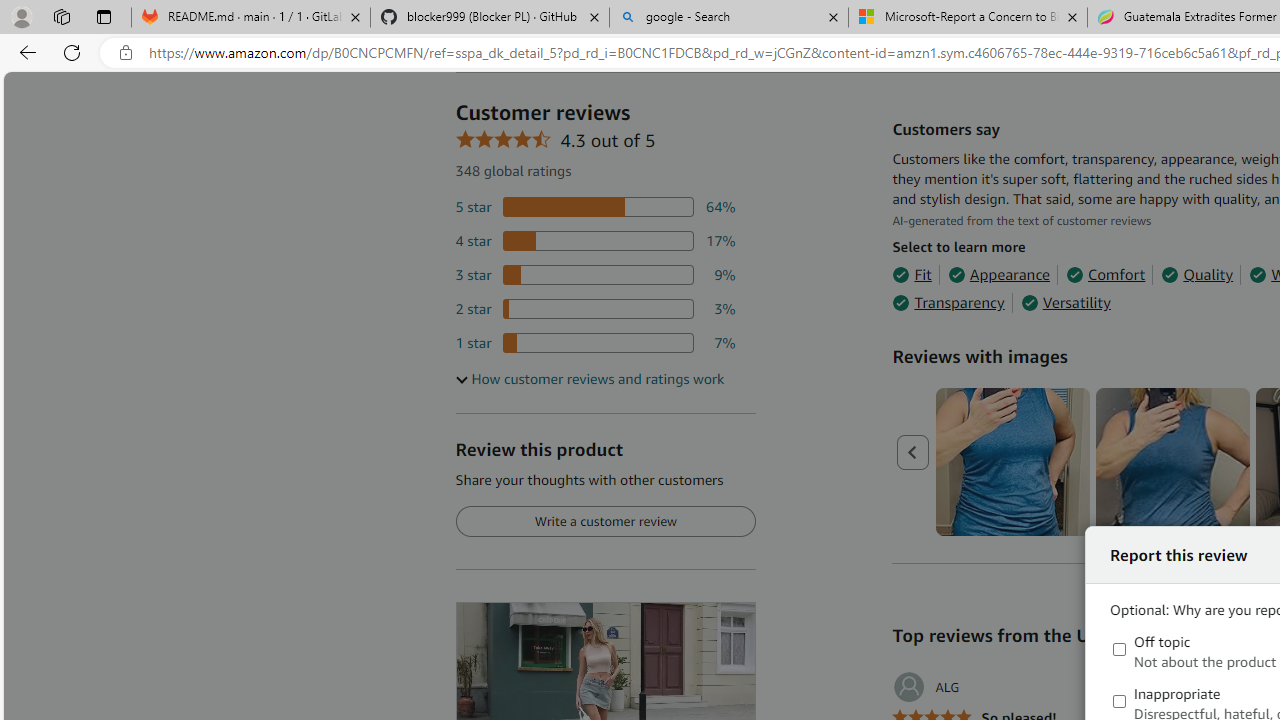  Describe the element at coordinates (728, 17) in the screenshot. I see `'google - Search'` at that location.